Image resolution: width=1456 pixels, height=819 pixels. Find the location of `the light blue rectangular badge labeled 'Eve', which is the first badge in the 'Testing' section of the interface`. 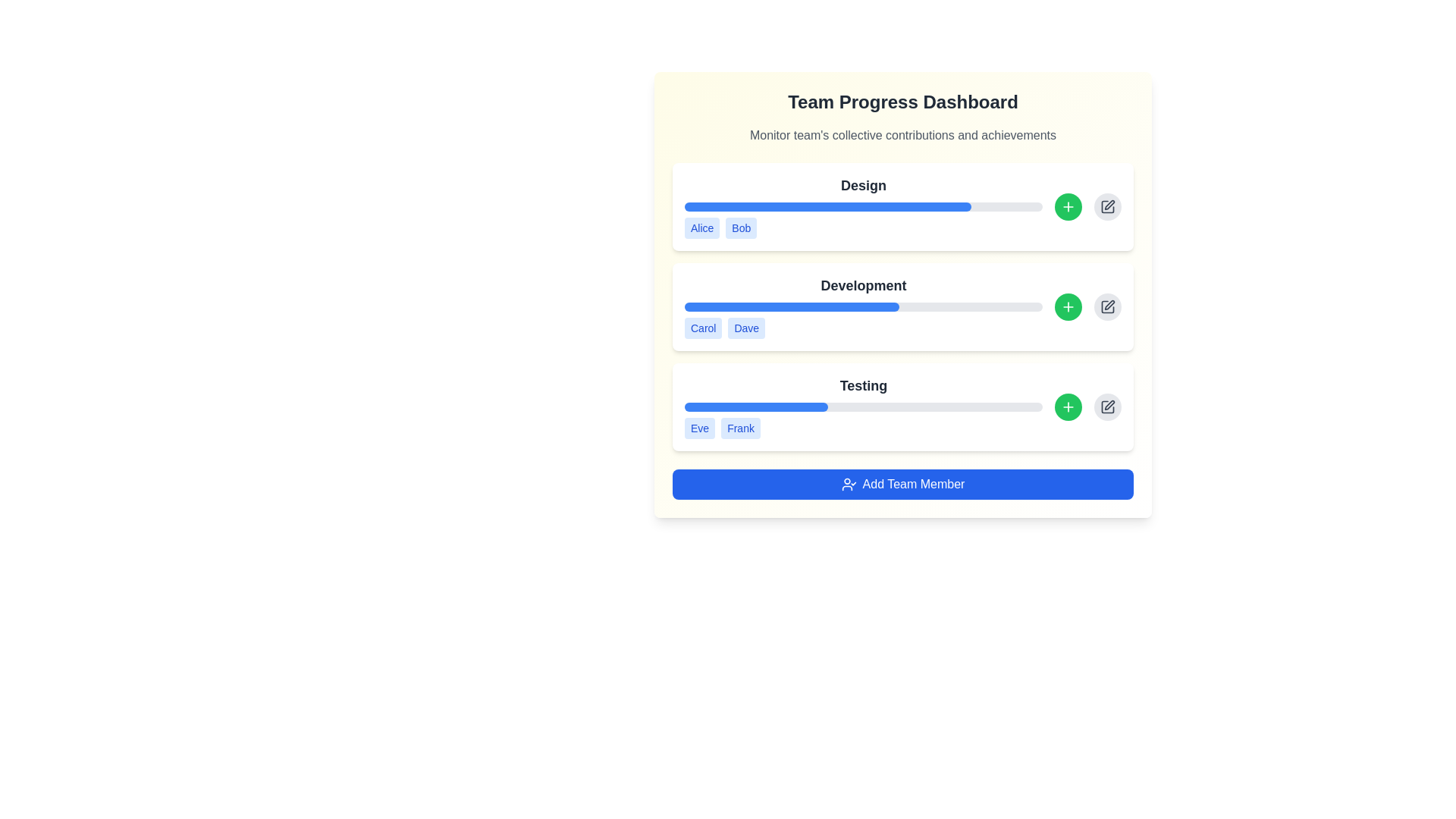

the light blue rectangular badge labeled 'Eve', which is the first badge in the 'Testing' section of the interface is located at coordinates (699, 428).